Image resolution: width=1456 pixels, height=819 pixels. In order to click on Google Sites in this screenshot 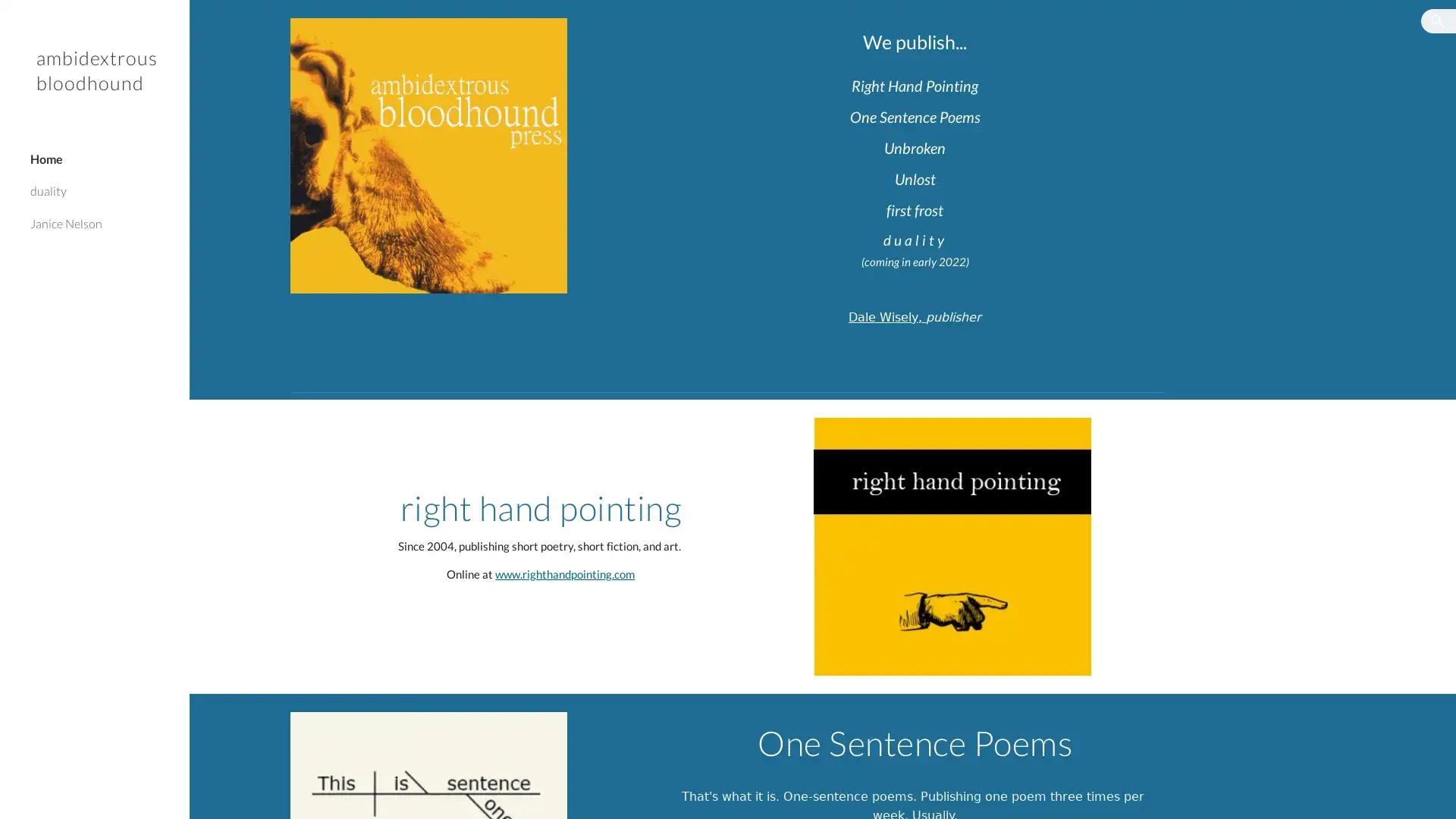, I will do `click(263, 792)`.